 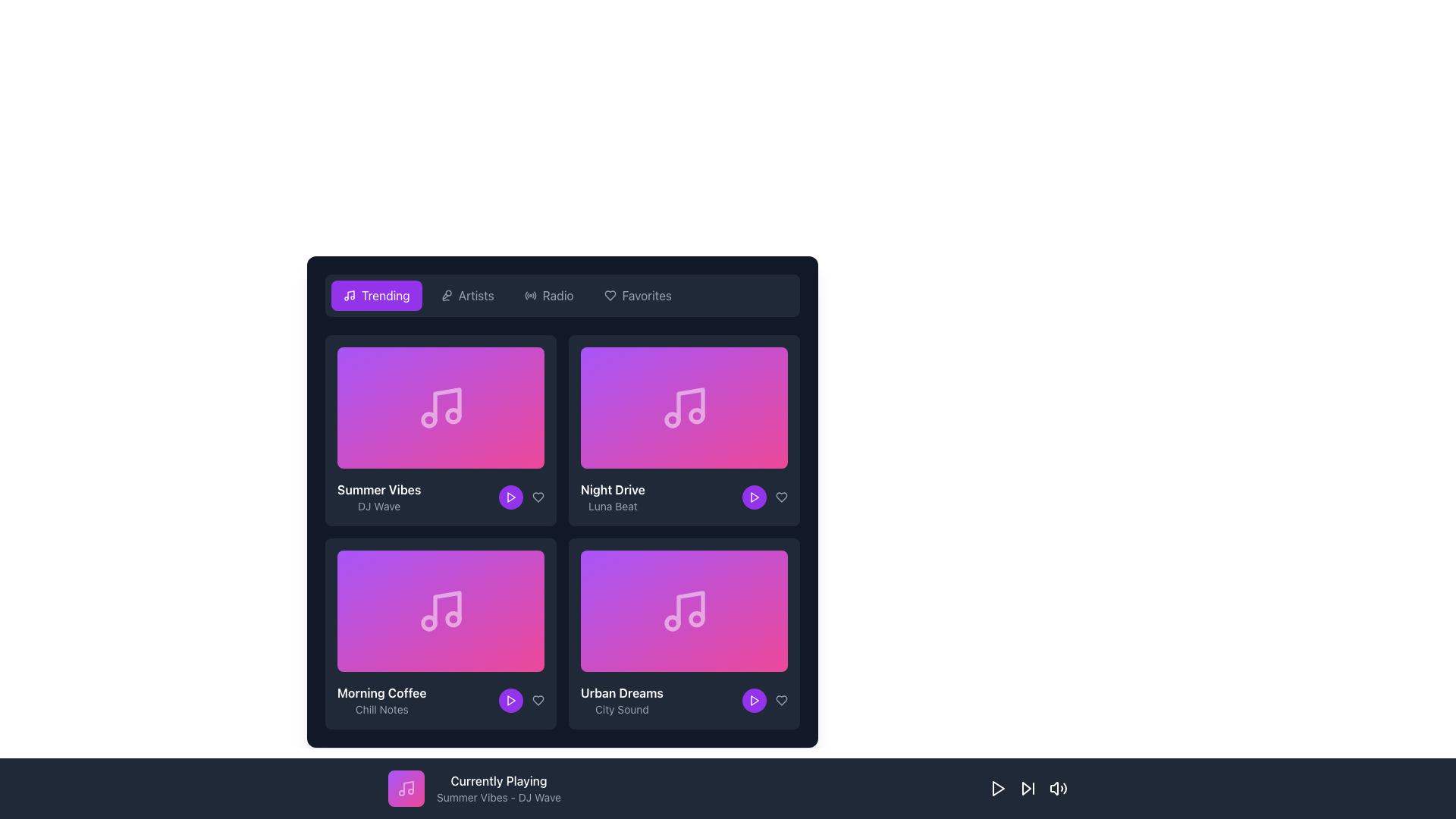 I want to click on the heart icon button located in the bottom-right vicinity of the 'Urban Dreams' card, so click(x=538, y=701).